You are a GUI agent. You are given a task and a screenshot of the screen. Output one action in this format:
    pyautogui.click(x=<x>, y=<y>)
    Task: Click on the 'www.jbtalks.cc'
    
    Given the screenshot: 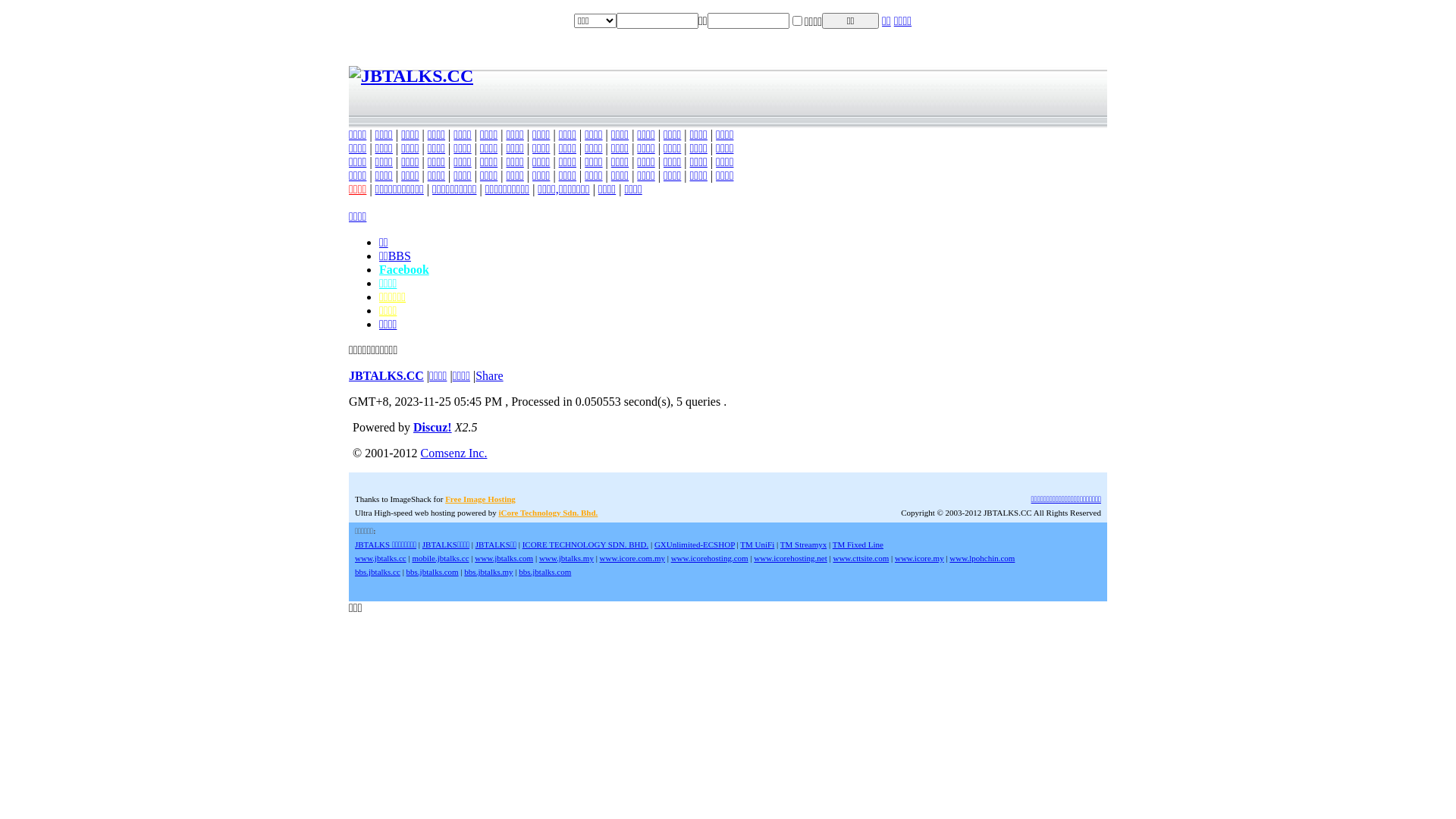 What is the action you would take?
    pyautogui.click(x=381, y=558)
    